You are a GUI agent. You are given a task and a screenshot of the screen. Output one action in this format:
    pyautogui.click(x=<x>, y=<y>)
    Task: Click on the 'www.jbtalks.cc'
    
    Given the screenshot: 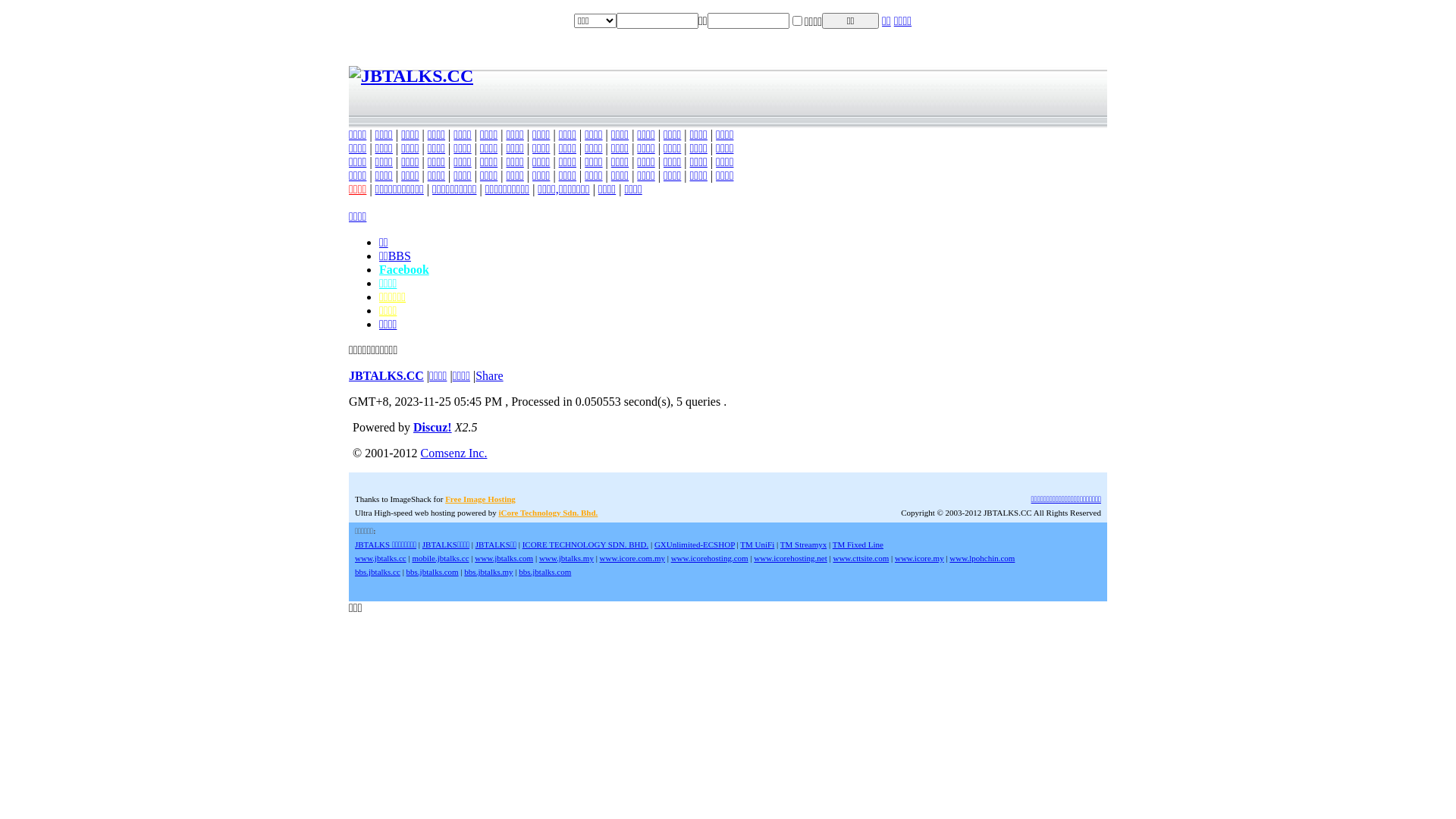 What is the action you would take?
    pyautogui.click(x=381, y=558)
    